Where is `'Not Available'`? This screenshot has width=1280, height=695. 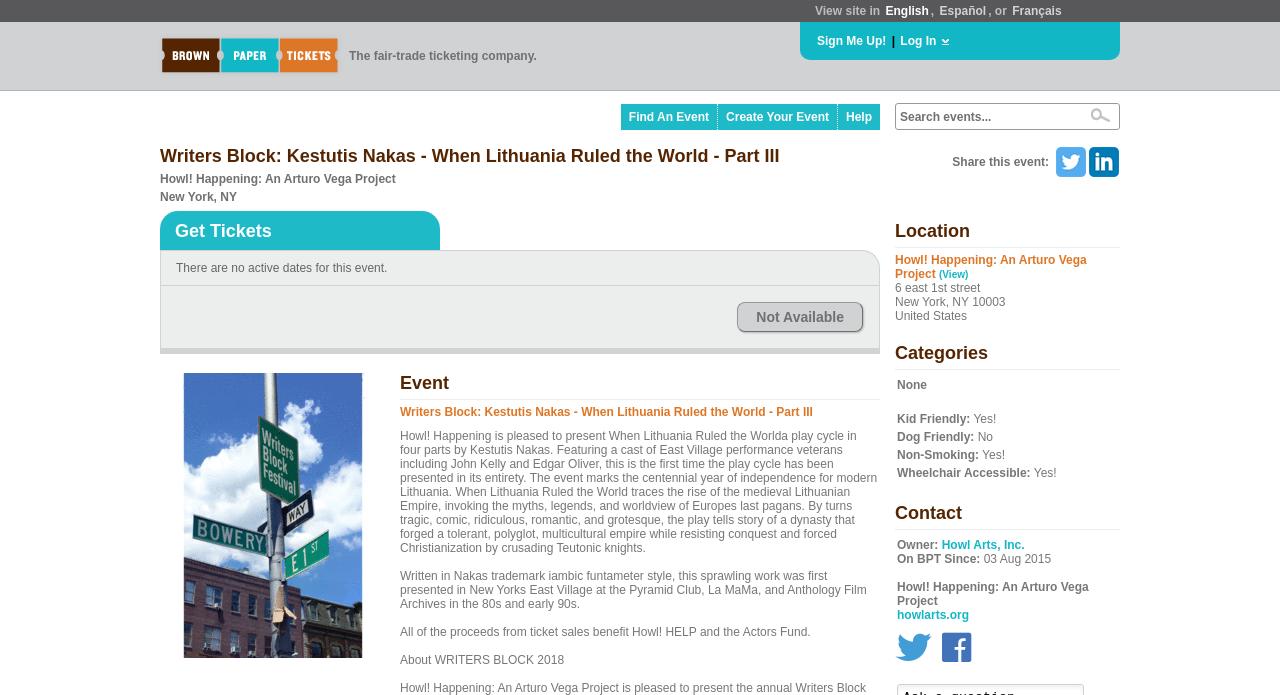 'Not Available' is located at coordinates (800, 316).